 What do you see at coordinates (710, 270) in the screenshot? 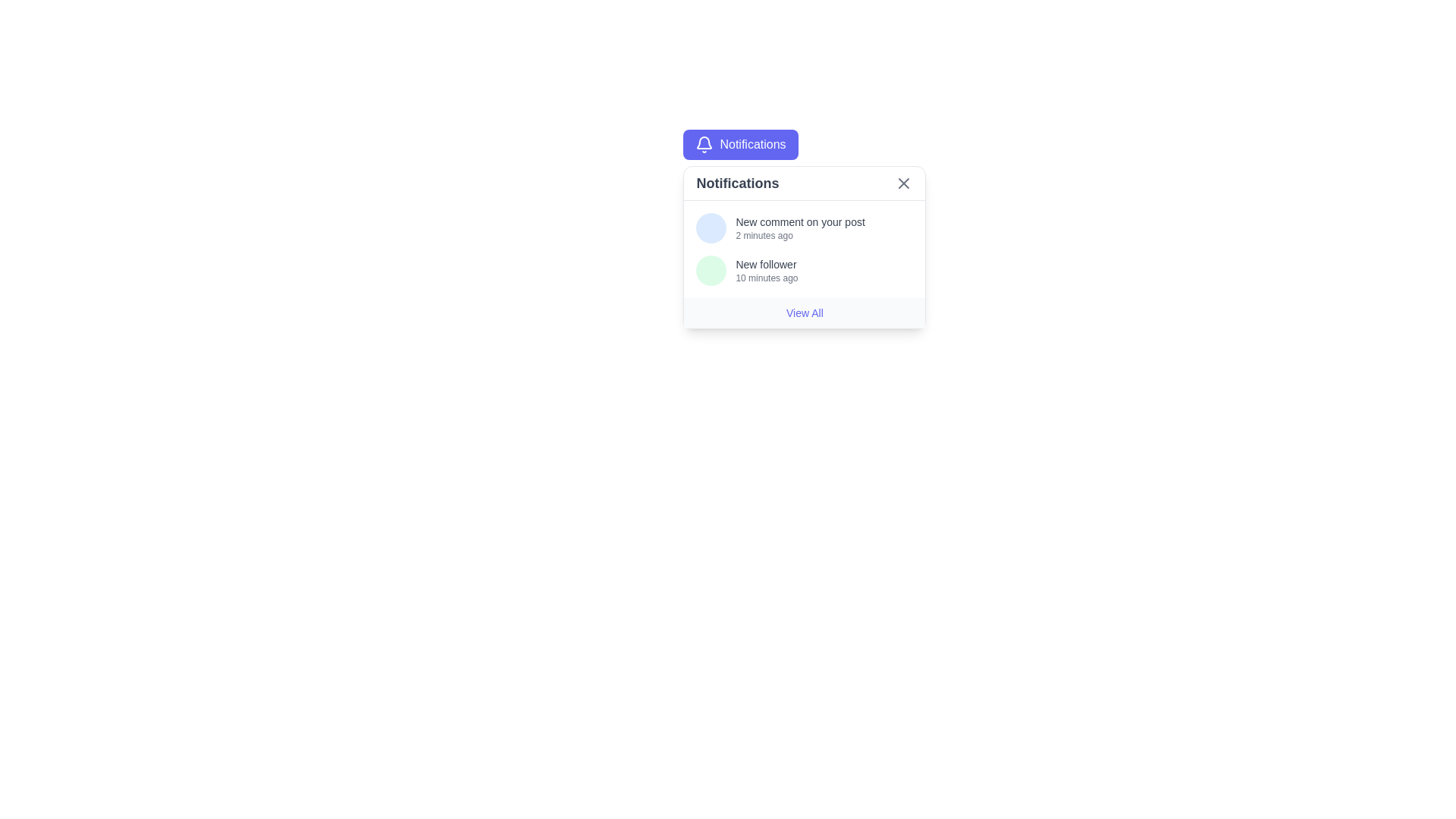
I see `the circular indicator placeholder located in the second notification entry to the left of the texts 'New follower' and '10 minutes ago'` at bounding box center [710, 270].